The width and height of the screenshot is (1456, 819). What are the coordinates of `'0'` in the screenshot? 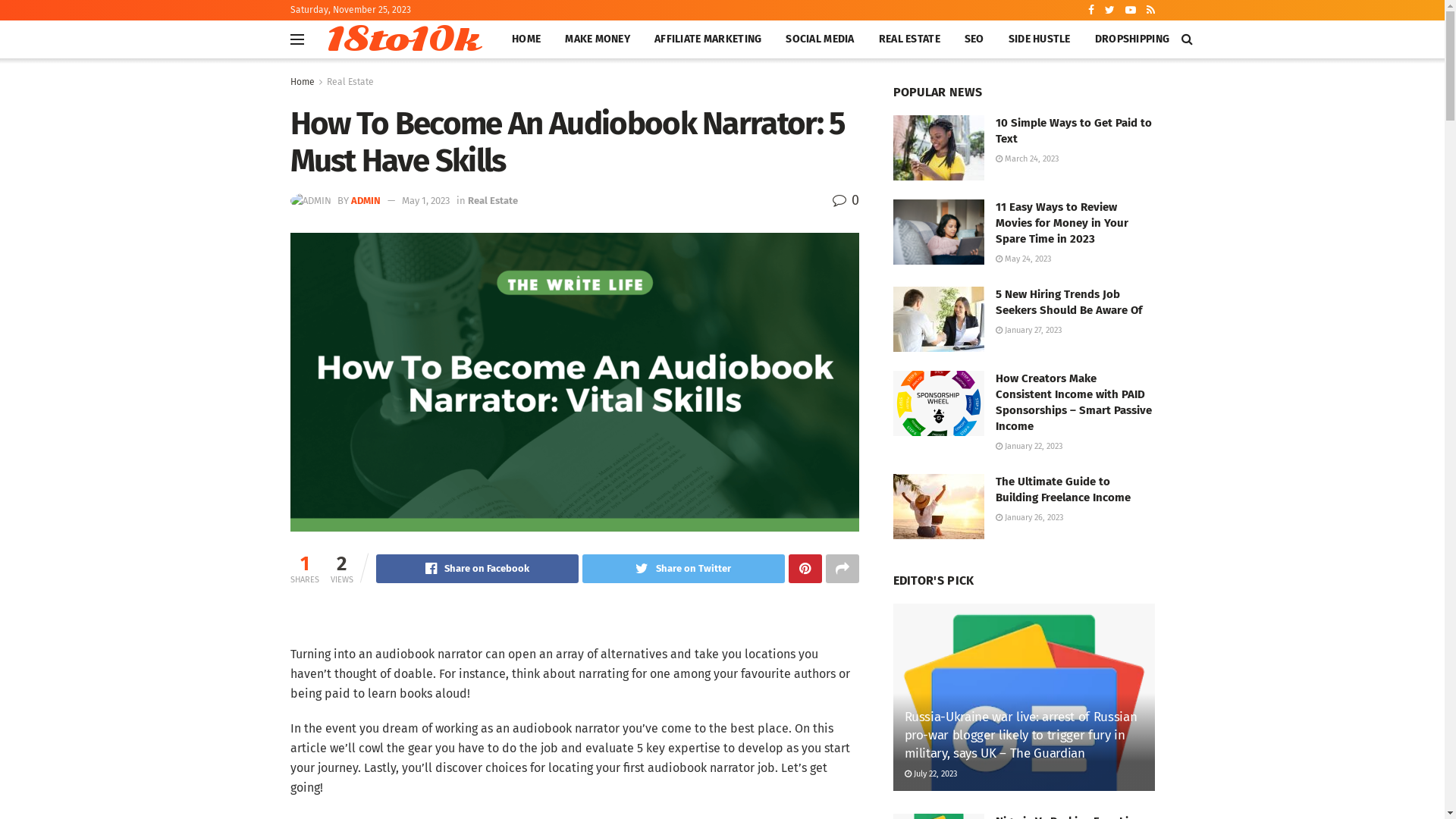 It's located at (845, 199).